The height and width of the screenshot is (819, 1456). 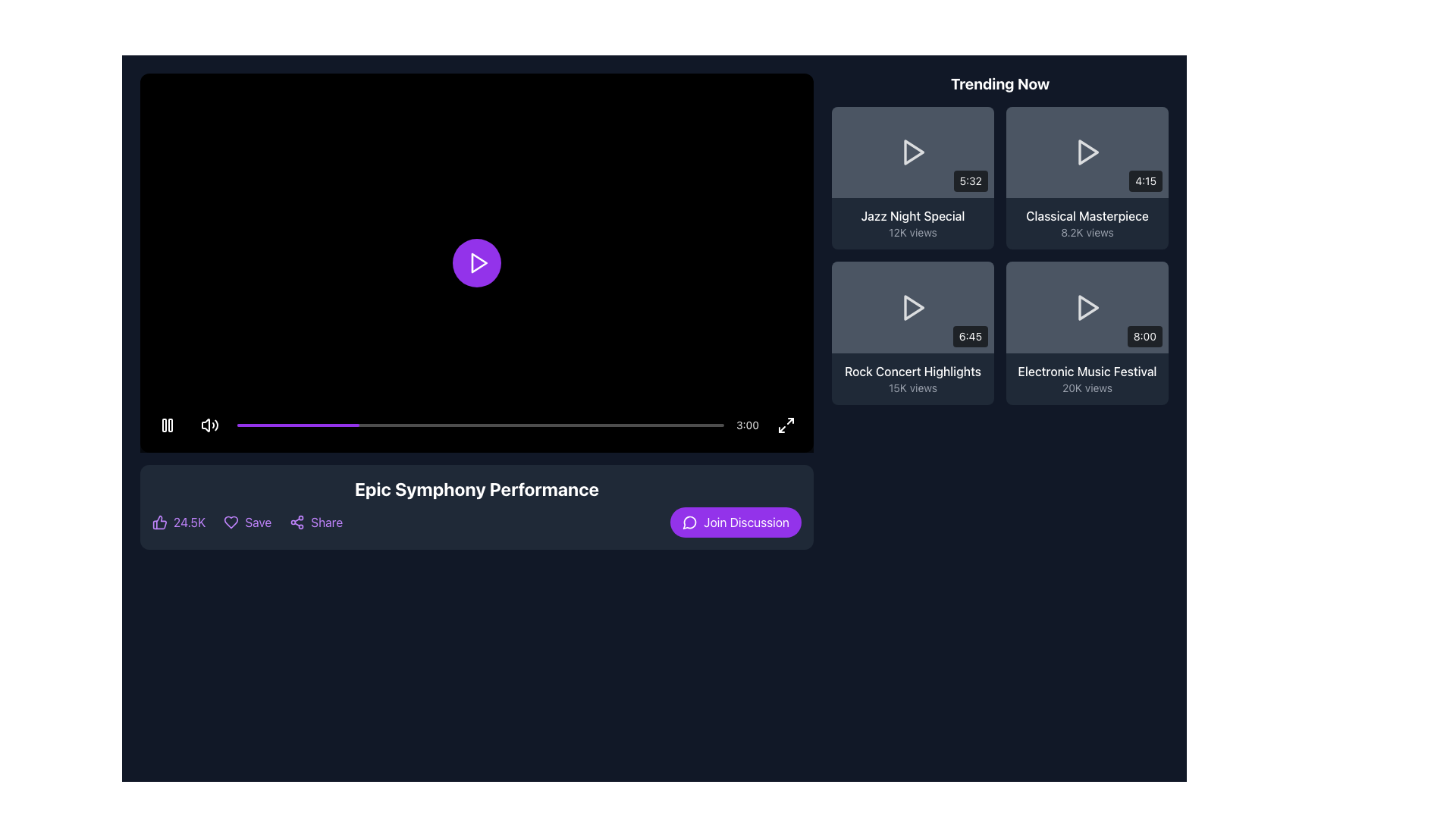 I want to click on the duration label located in the bottom-right corner of the 'Jazz Night Special' thumbnail in the 'Trending Now' section, so click(x=971, y=180).